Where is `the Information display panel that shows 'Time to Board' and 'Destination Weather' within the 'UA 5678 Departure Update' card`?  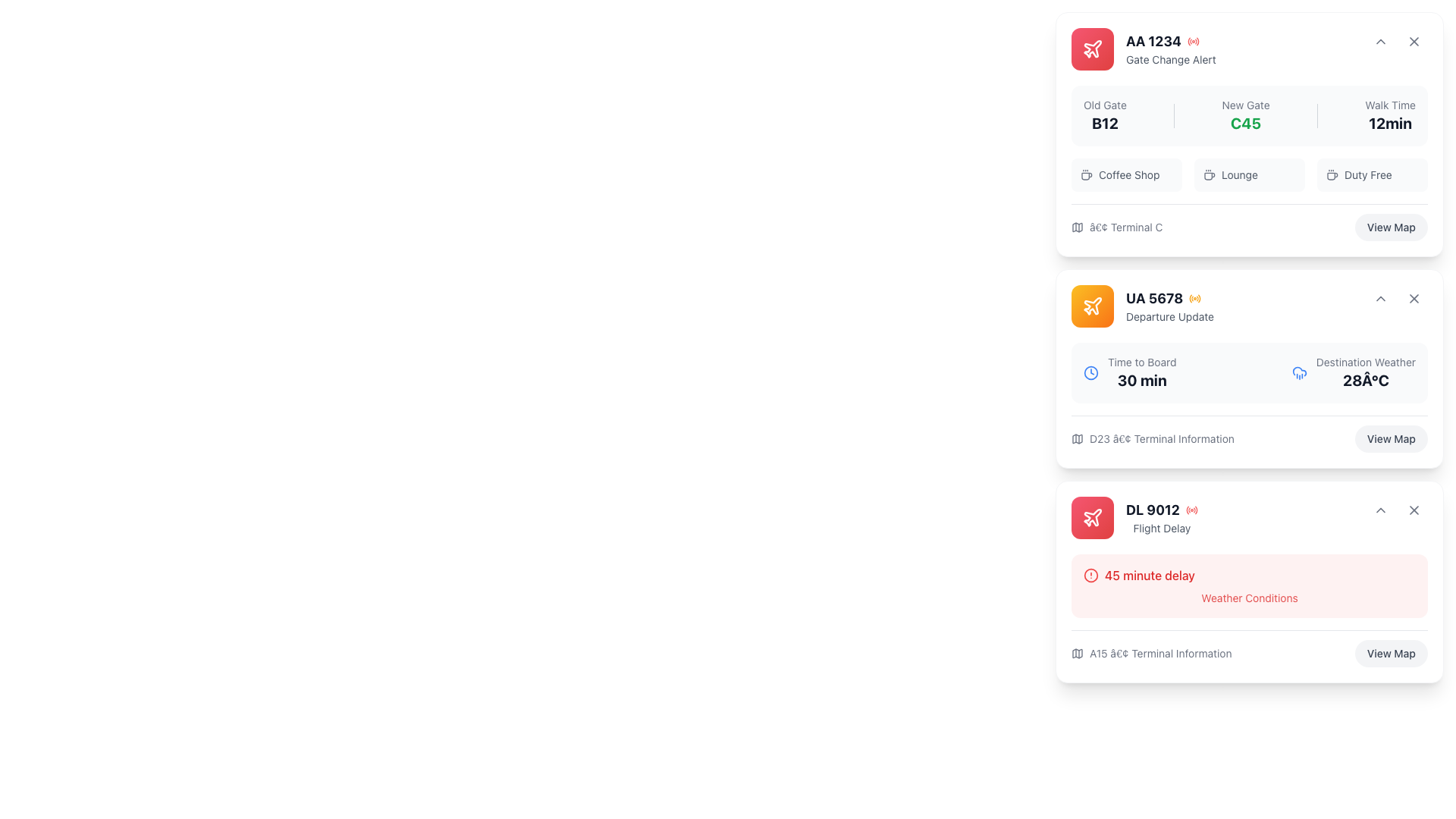 the Information display panel that shows 'Time to Board' and 'Destination Weather' within the 'UA 5678 Departure Update' card is located at coordinates (1249, 373).